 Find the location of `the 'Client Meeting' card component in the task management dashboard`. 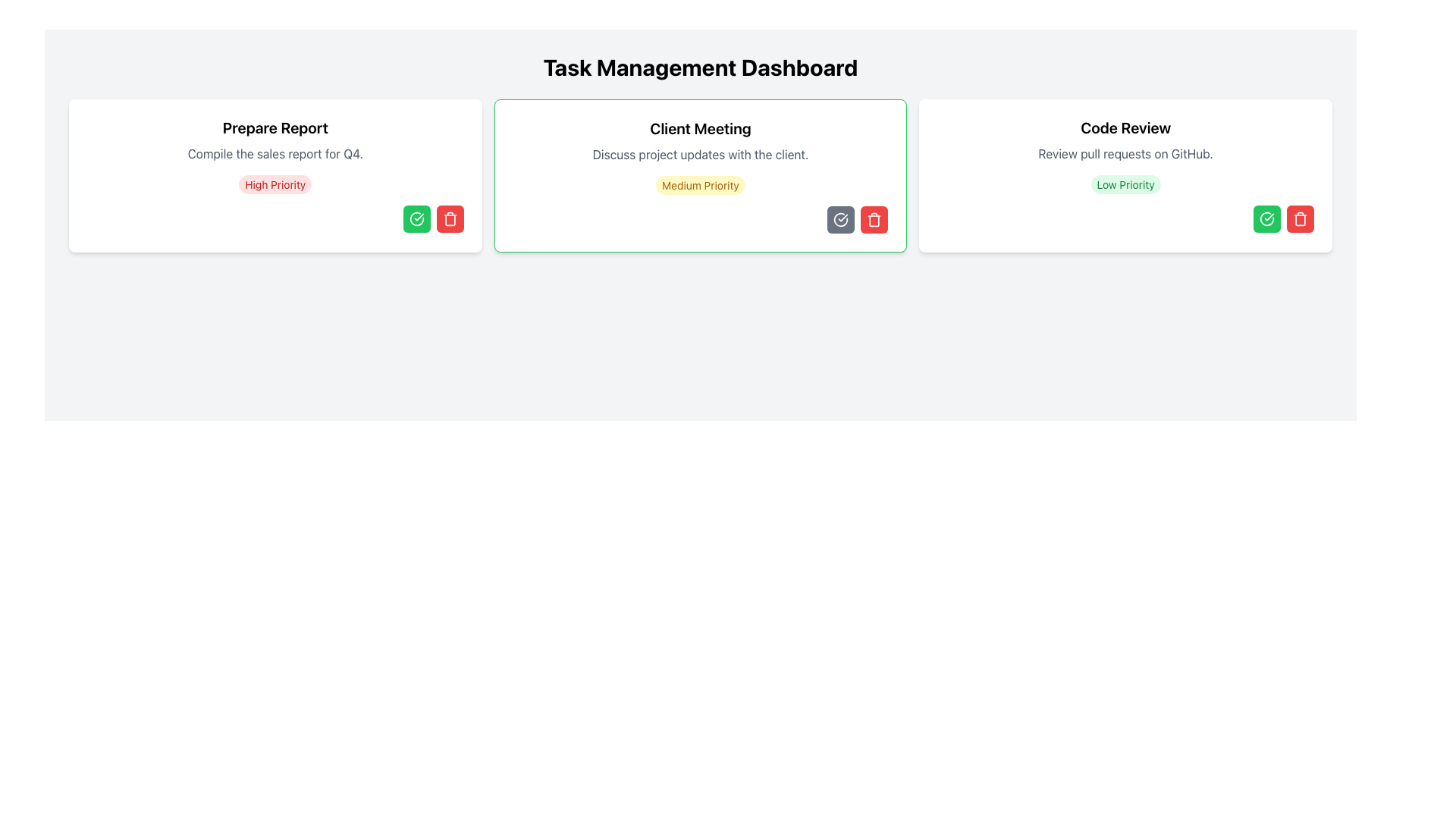

the 'Client Meeting' card component in the task management dashboard is located at coordinates (699, 174).